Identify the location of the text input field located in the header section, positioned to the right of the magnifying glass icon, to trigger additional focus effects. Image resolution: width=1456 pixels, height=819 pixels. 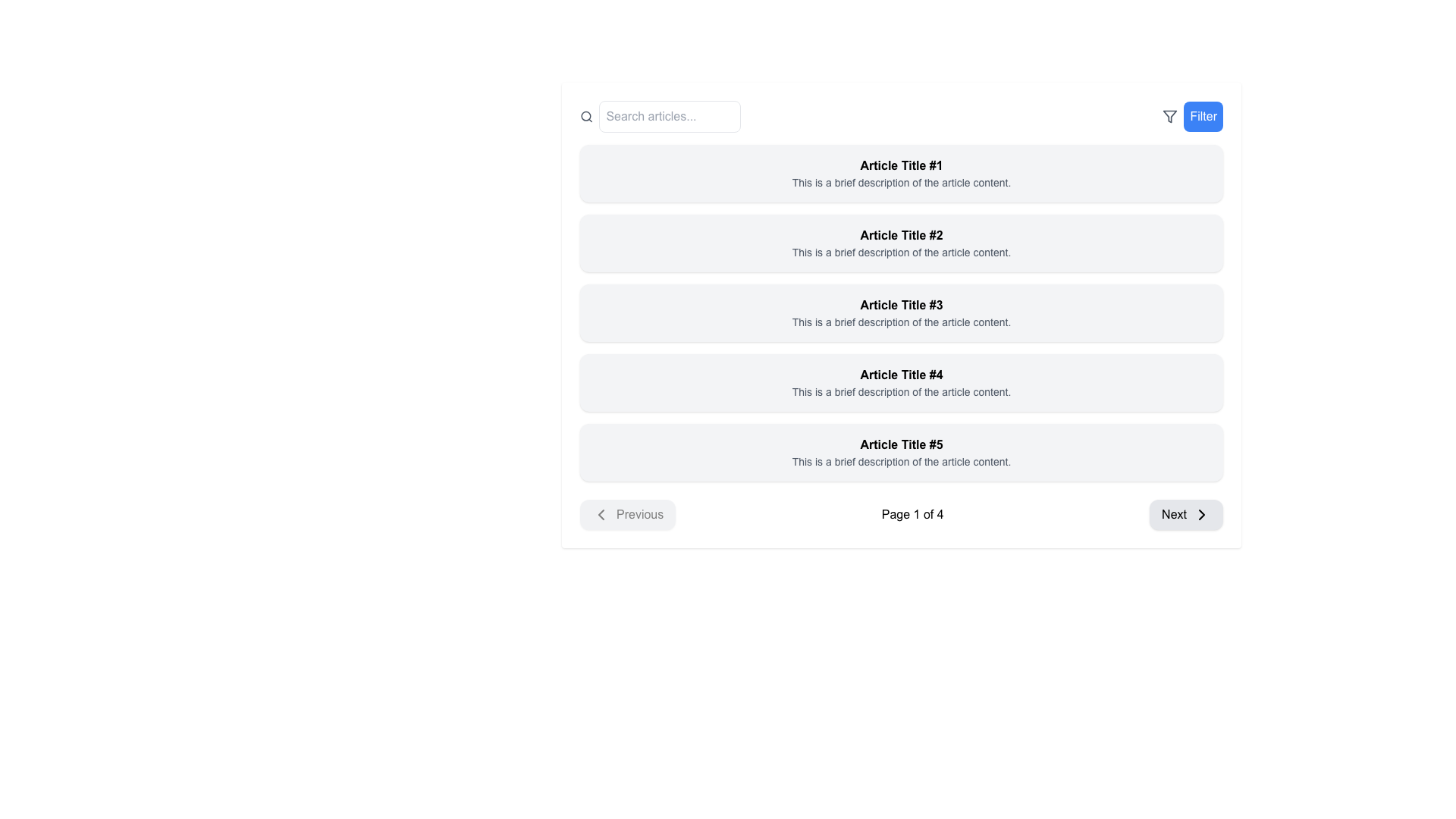
(669, 116).